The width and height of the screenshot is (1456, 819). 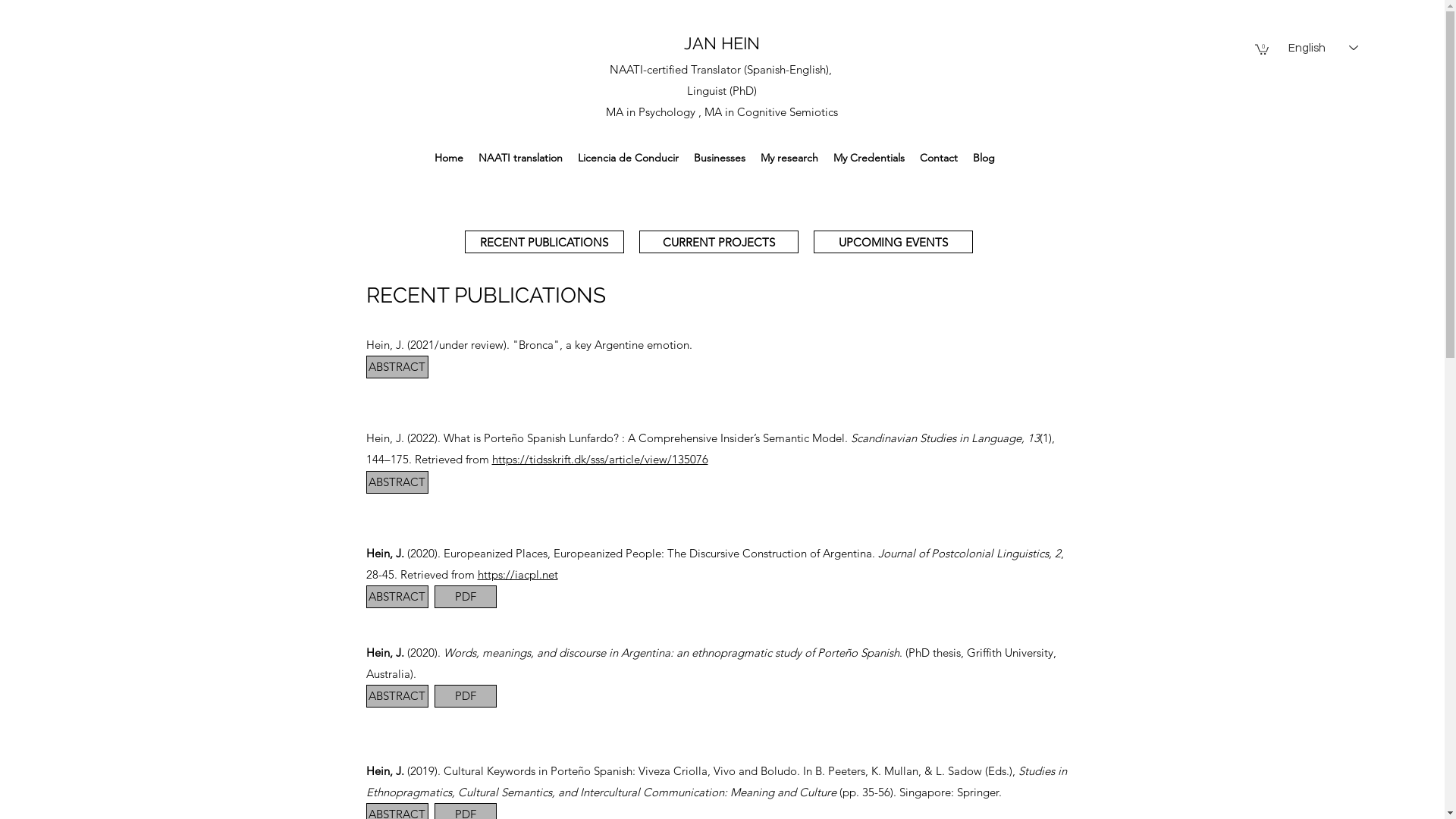 What do you see at coordinates (517, 574) in the screenshot?
I see `'https://iacpl.net'` at bounding box center [517, 574].